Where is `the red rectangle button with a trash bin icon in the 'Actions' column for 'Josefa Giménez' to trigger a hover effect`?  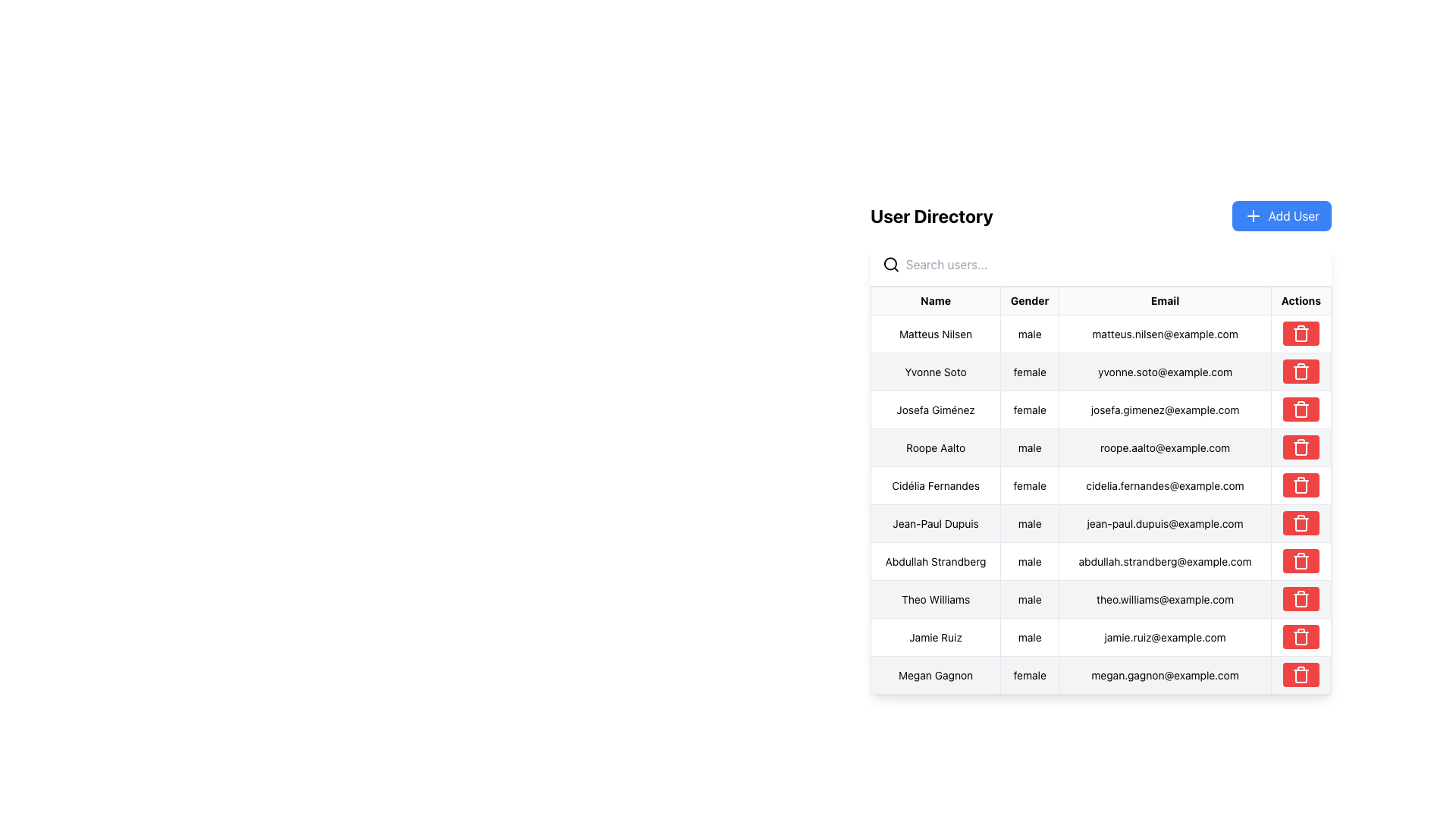
the red rectangle button with a trash bin icon in the 'Actions' column for 'Josefa Giménez' to trigger a hover effect is located at coordinates (1300, 409).